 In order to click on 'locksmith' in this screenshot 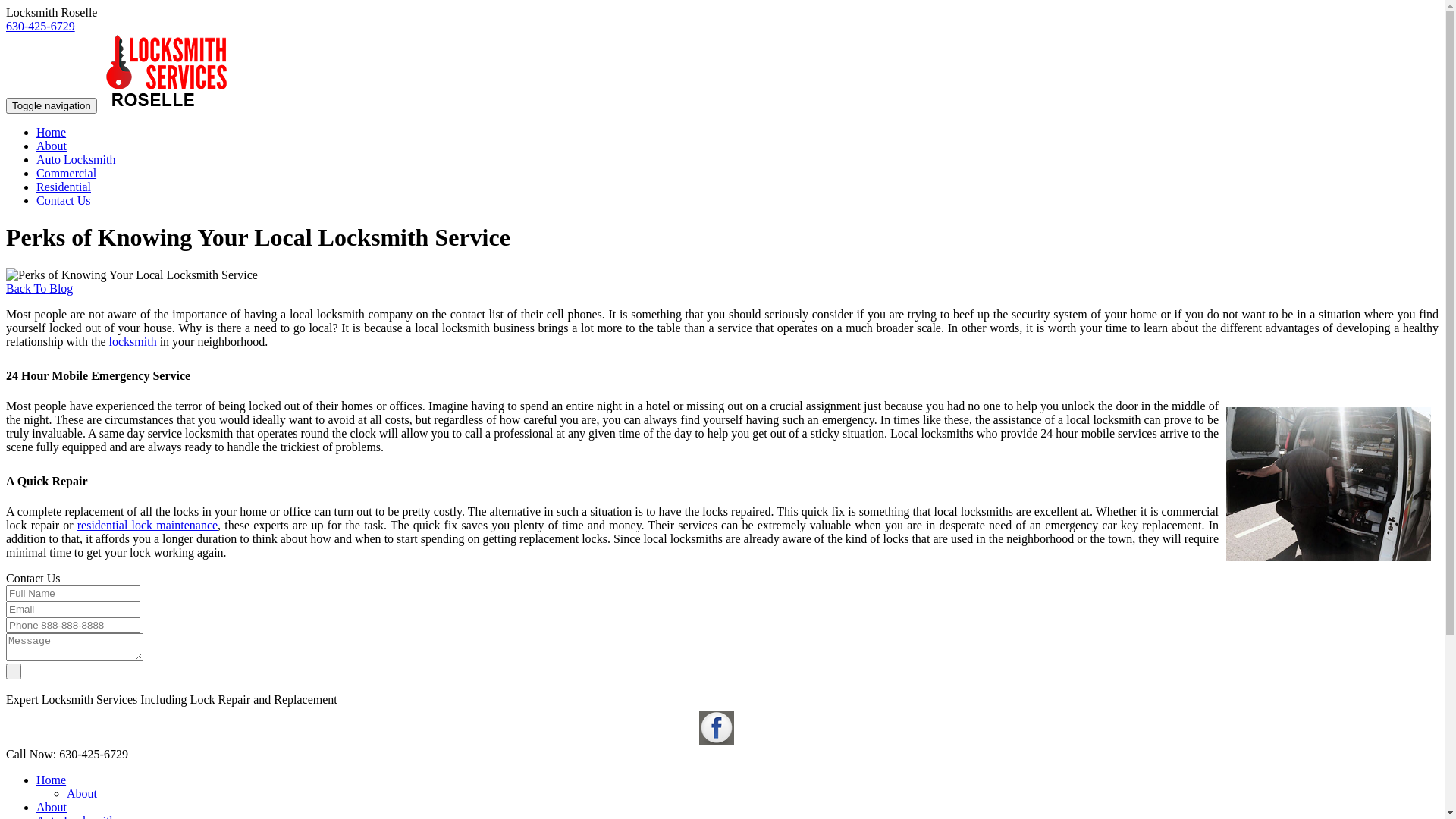, I will do `click(133, 341)`.